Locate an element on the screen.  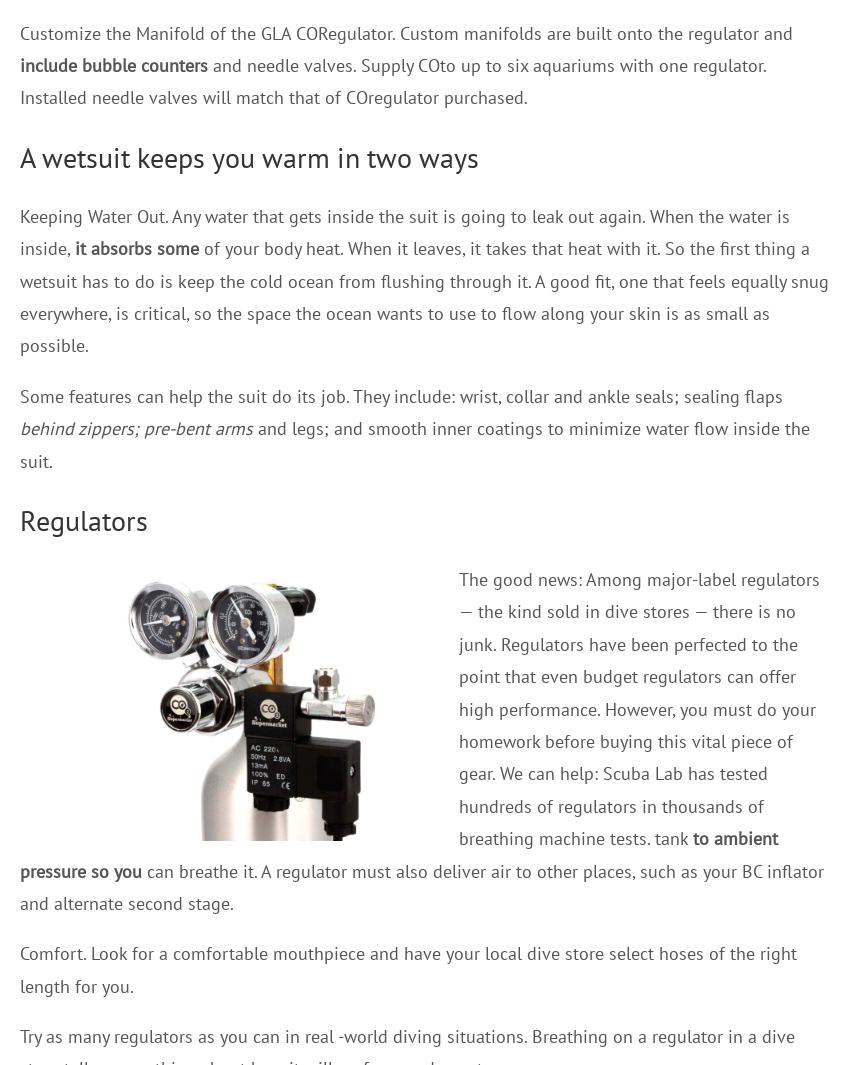
'can breathe it. A regulator must also deliver air to other places, such as your BC inflator and alternate second stage.' is located at coordinates (422, 886).